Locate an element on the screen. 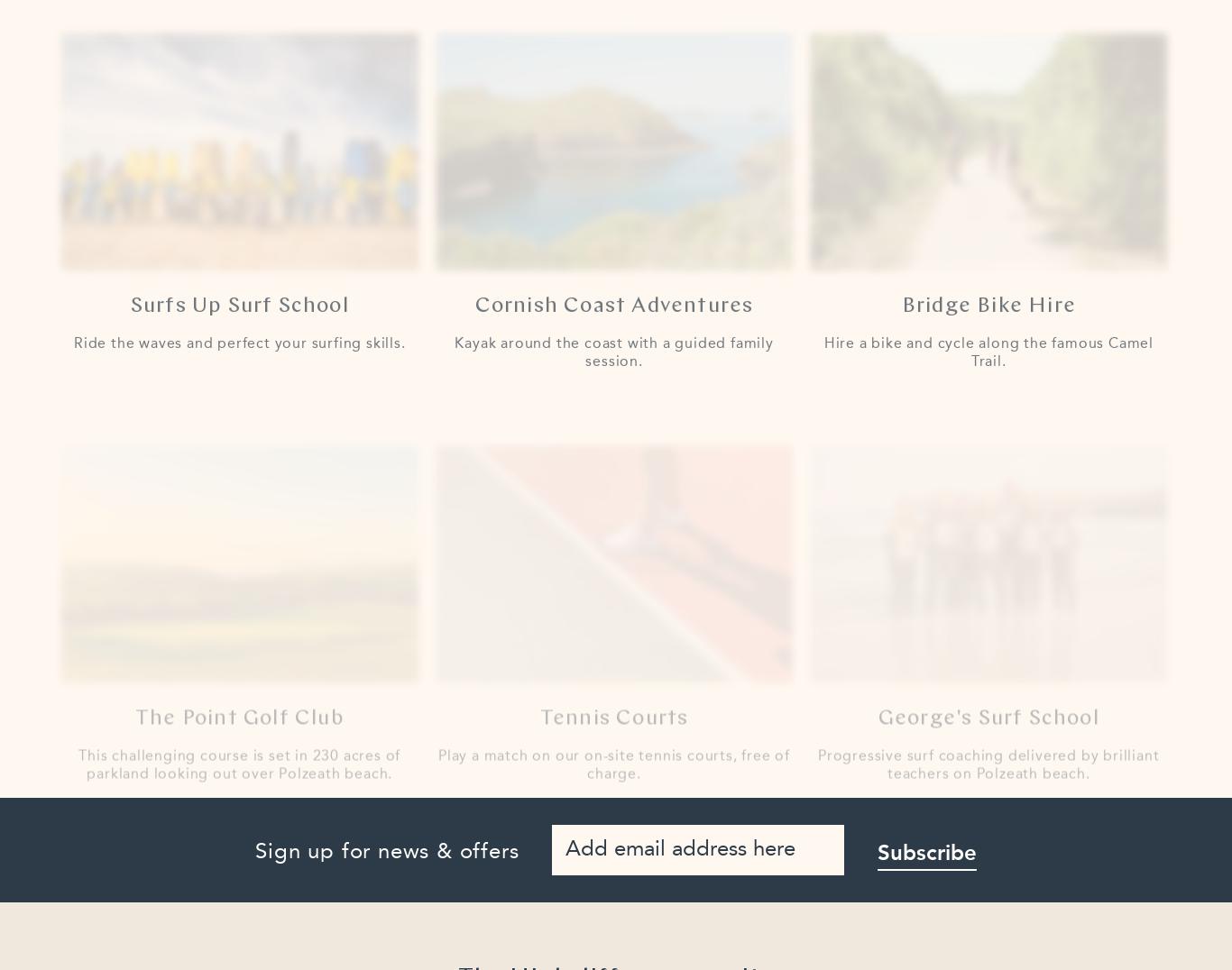  'Bridge Bike Hire' is located at coordinates (987, 288).